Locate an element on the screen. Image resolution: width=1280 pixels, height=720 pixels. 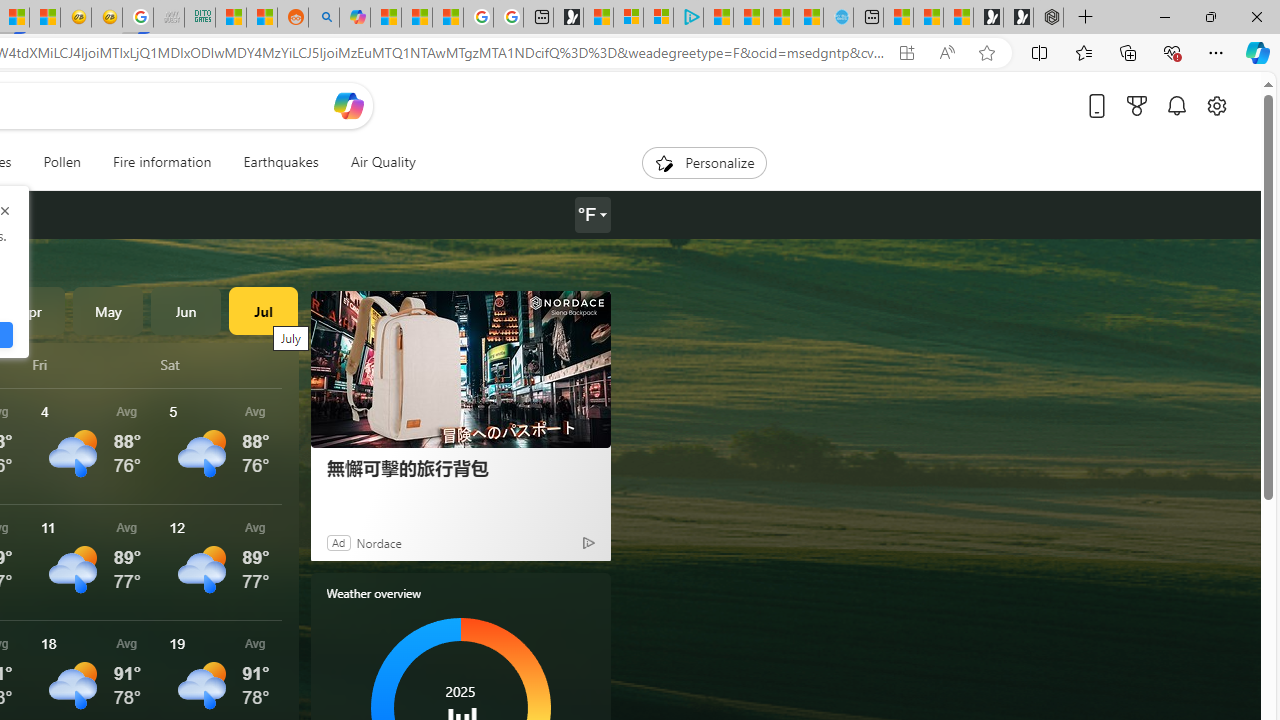
'Fri' is located at coordinates (92, 364).